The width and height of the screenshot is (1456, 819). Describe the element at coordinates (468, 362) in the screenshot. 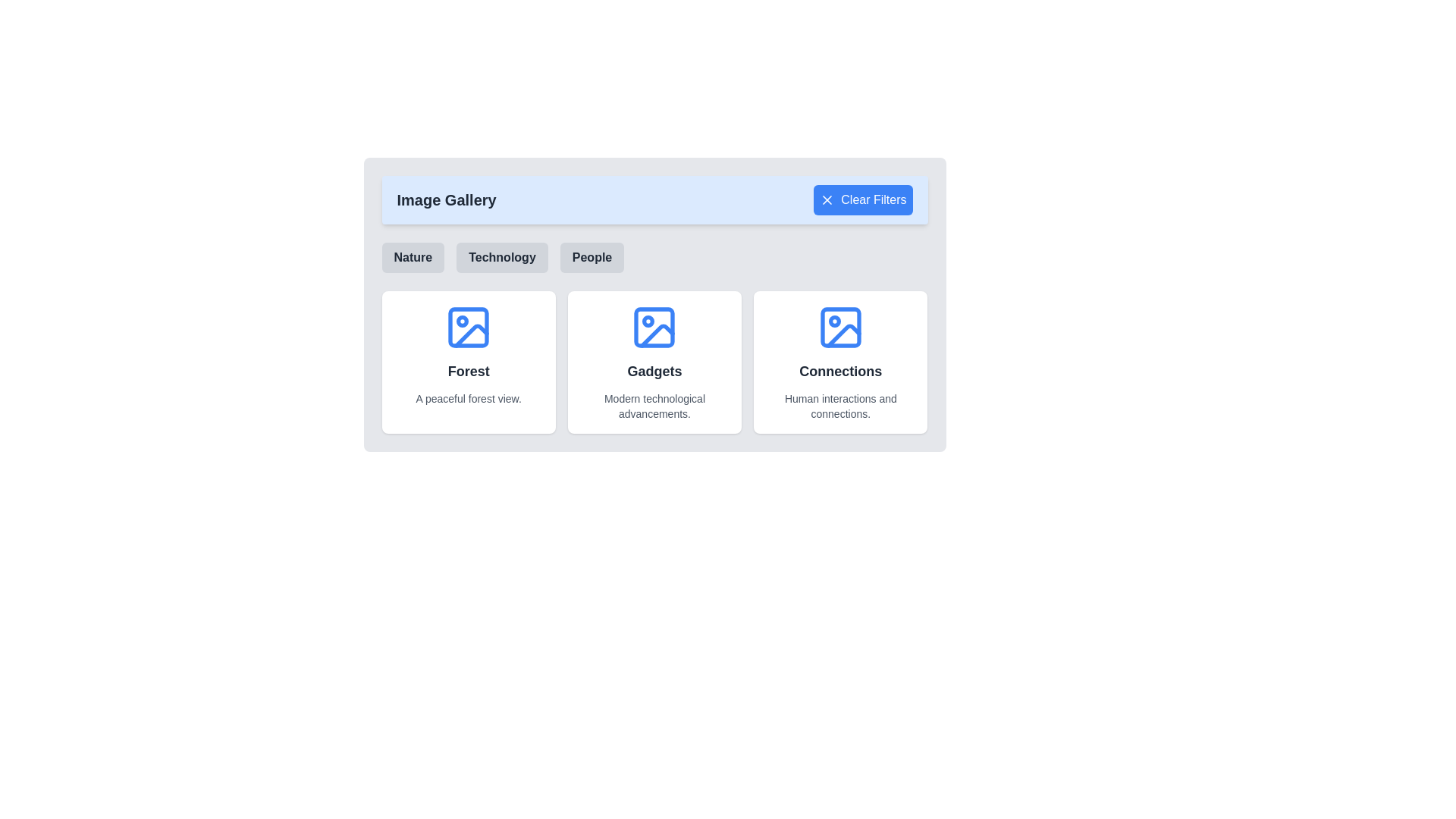

I see `the 'Forest' card in the image gallery, which is the first card in the first column of a three-column grid layout` at that location.